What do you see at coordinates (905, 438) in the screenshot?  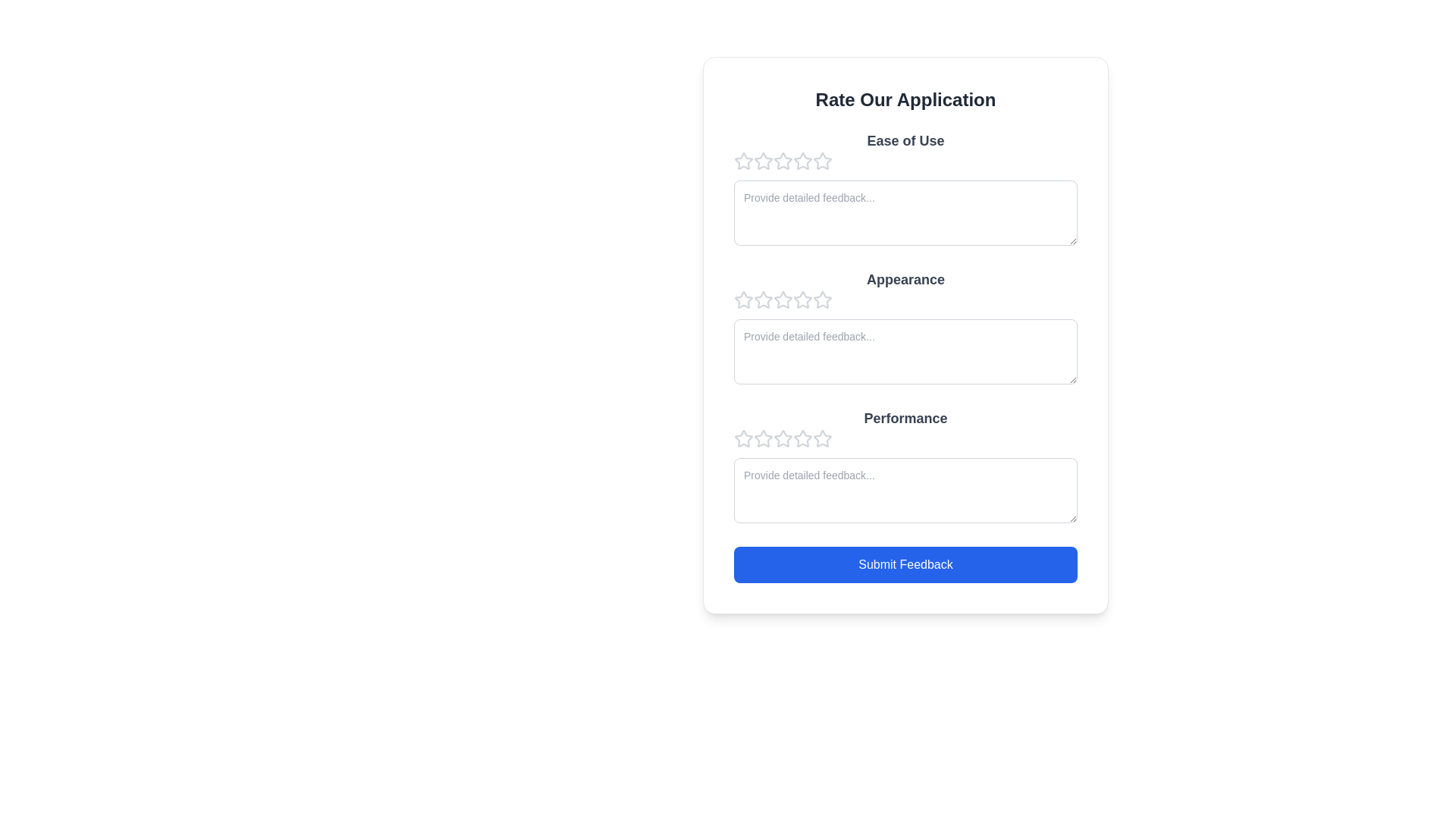 I see `the star icons in the Rating input group for 'Performance'` at bounding box center [905, 438].